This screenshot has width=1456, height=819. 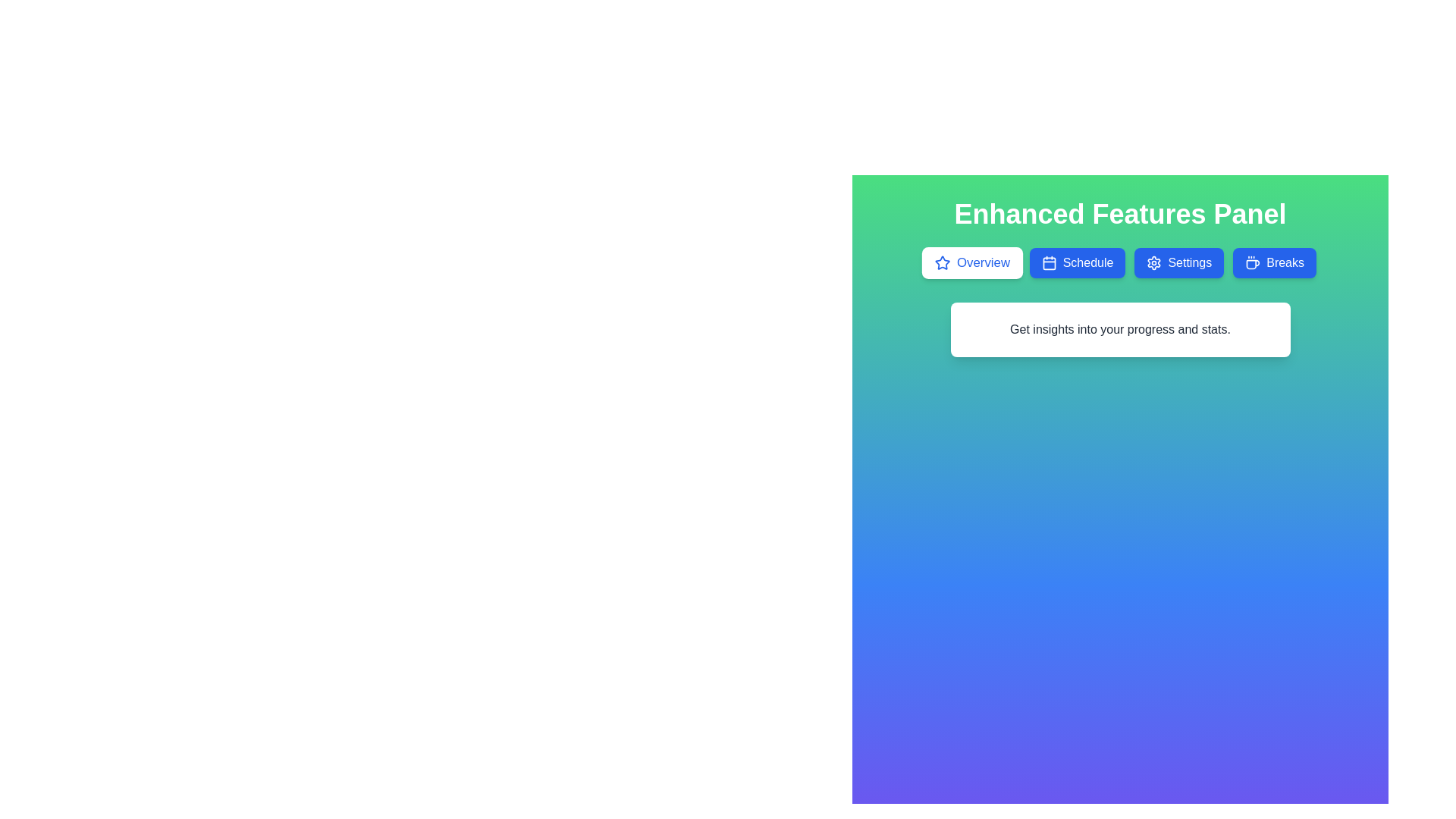 What do you see at coordinates (1048, 262) in the screenshot?
I see `the calendar icon within the 'Schedule' button, which is the second button from the left in the row of buttons near the top of the interface` at bounding box center [1048, 262].